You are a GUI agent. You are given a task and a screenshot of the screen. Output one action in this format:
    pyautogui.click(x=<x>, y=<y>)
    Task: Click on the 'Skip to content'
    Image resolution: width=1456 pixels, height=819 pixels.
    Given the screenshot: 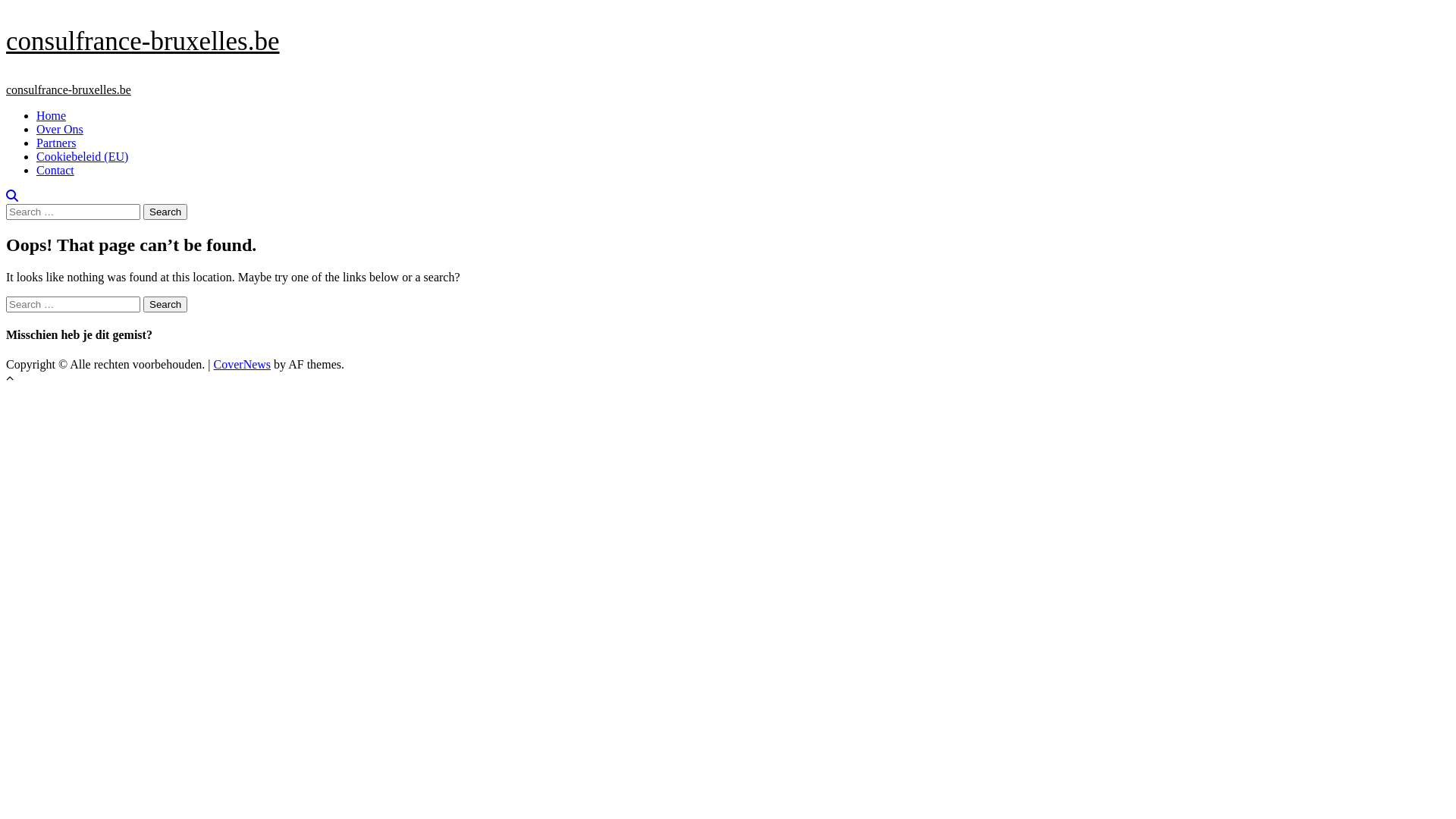 What is the action you would take?
    pyautogui.click(x=5, y=26)
    